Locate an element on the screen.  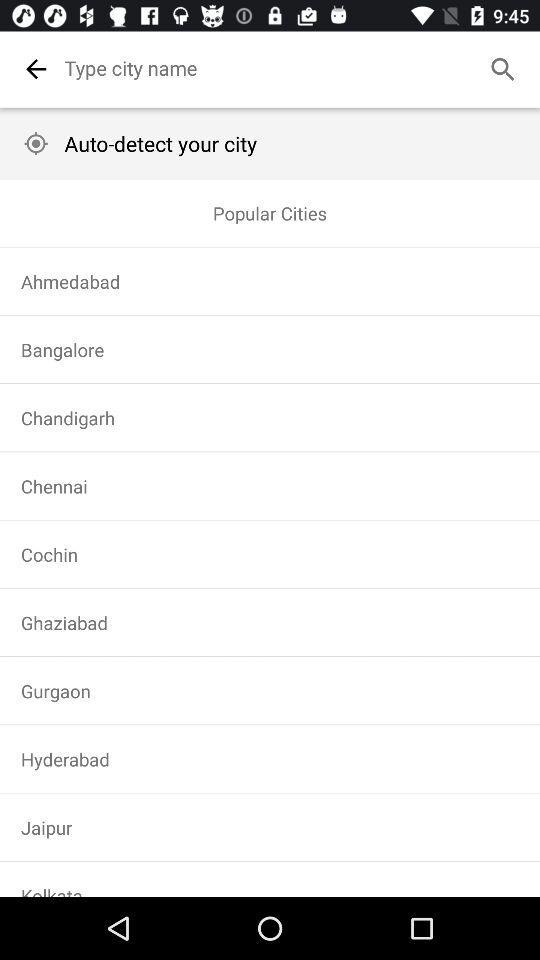
the image is used to go to my location is located at coordinates (36, 142).